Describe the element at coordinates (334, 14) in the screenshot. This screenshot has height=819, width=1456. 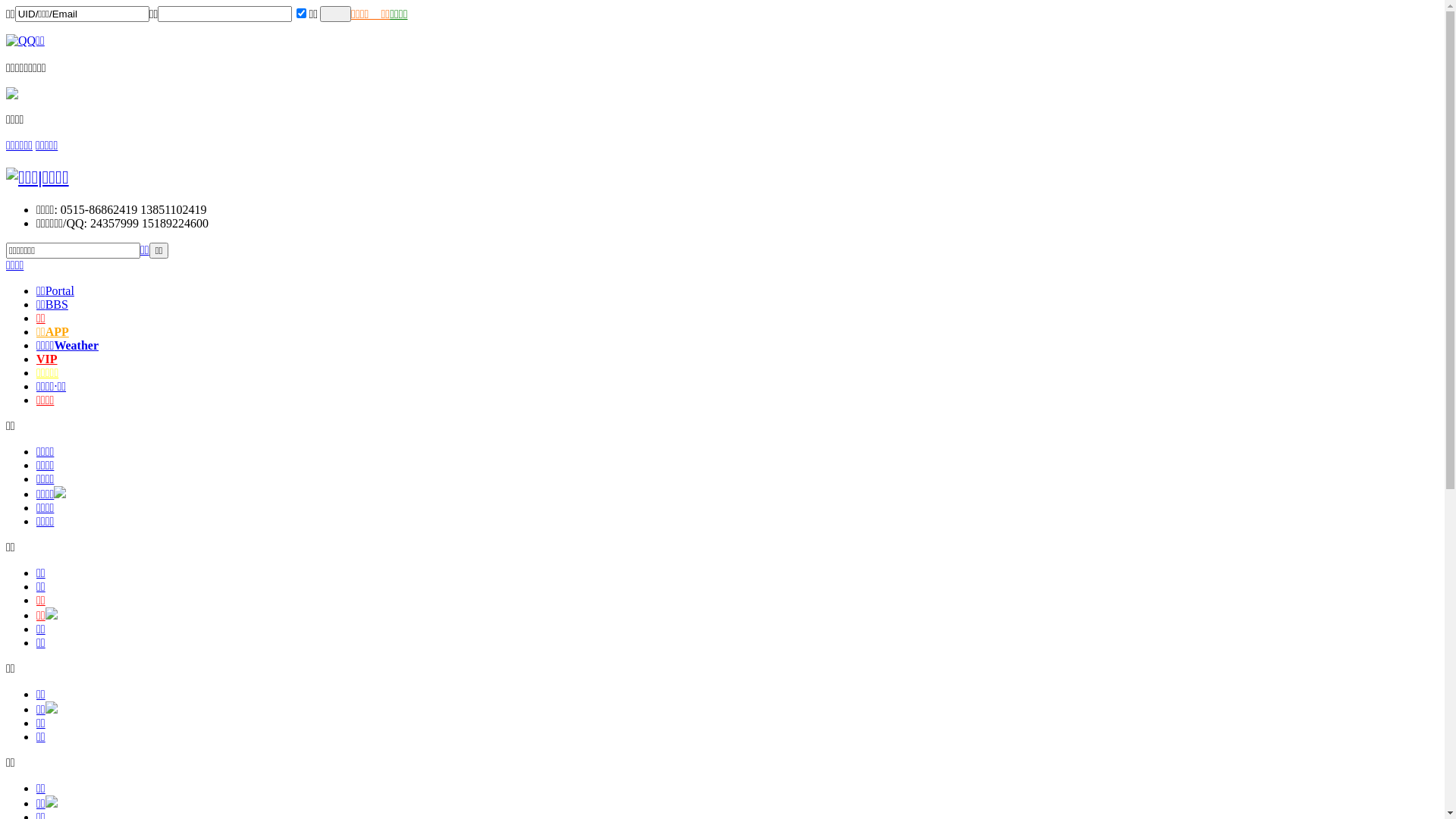
I see `'    '` at that location.